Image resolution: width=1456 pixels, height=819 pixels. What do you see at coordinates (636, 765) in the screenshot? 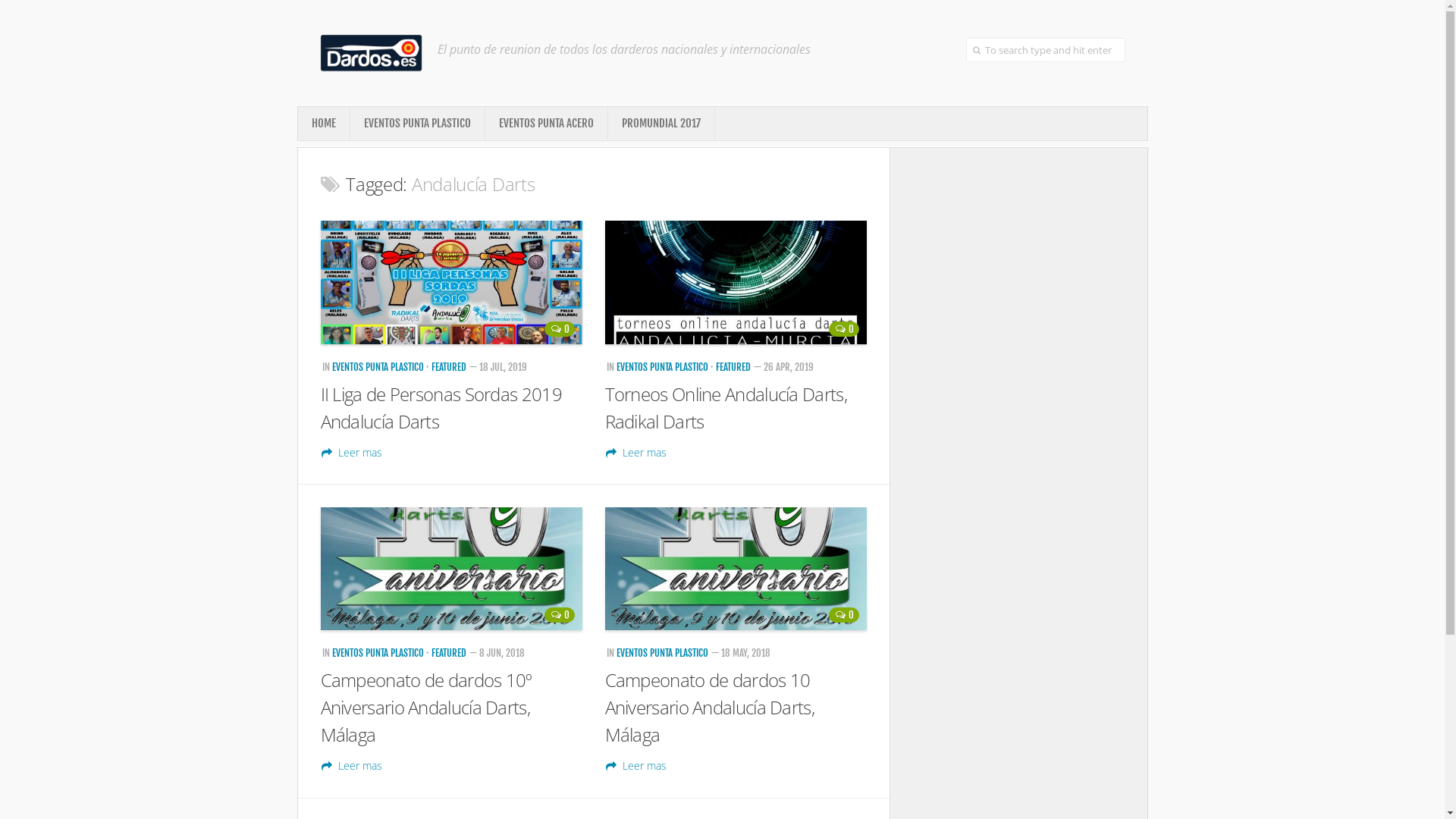
I see `'Leer mas'` at bounding box center [636, 765].